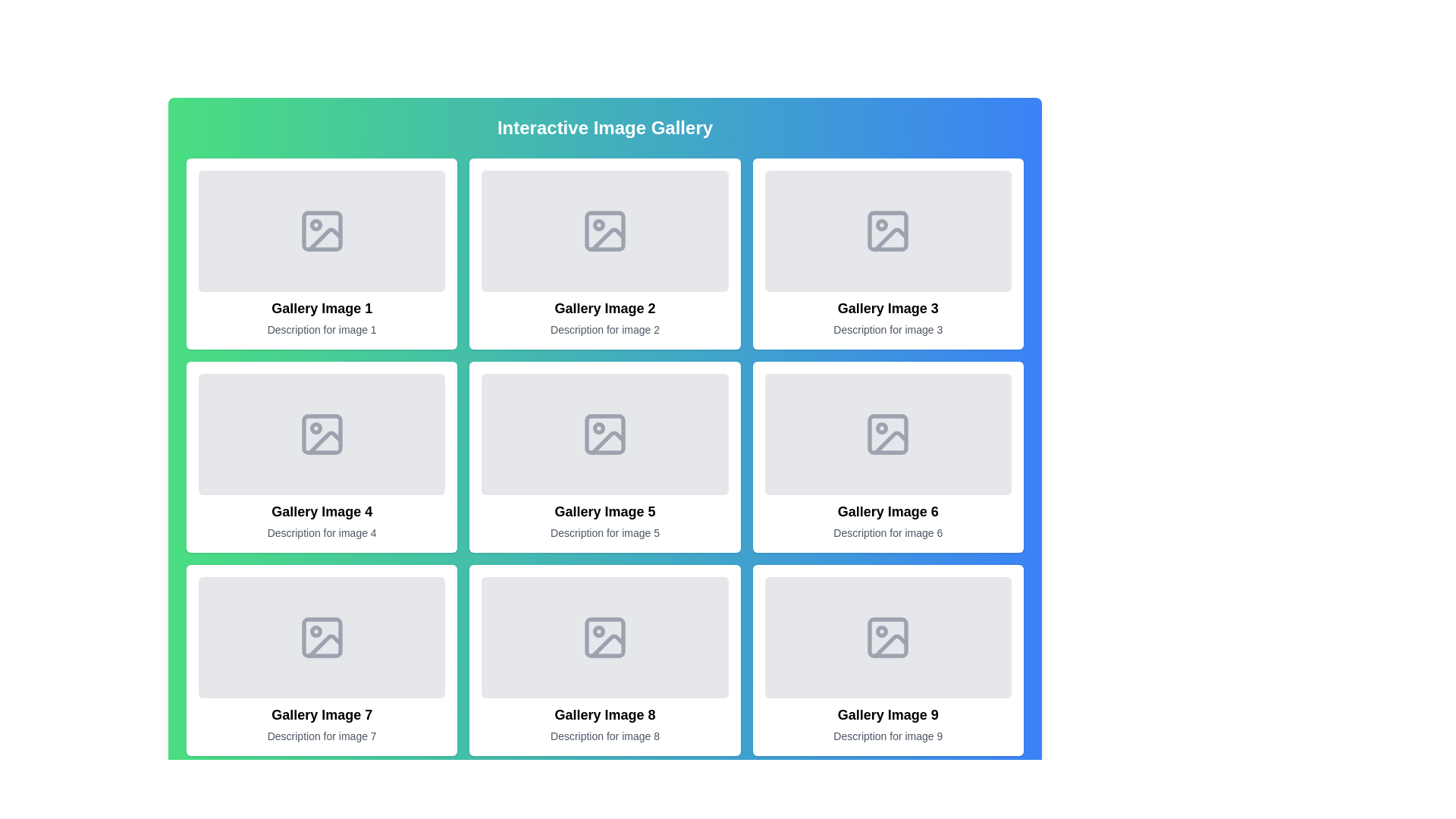  Describe the element at coordinates (888, 532) in the screenshot. I see `the small gray text label located below the title 'Gallery Image 6' in the sixth cell of a 3x3 grid` at that location.